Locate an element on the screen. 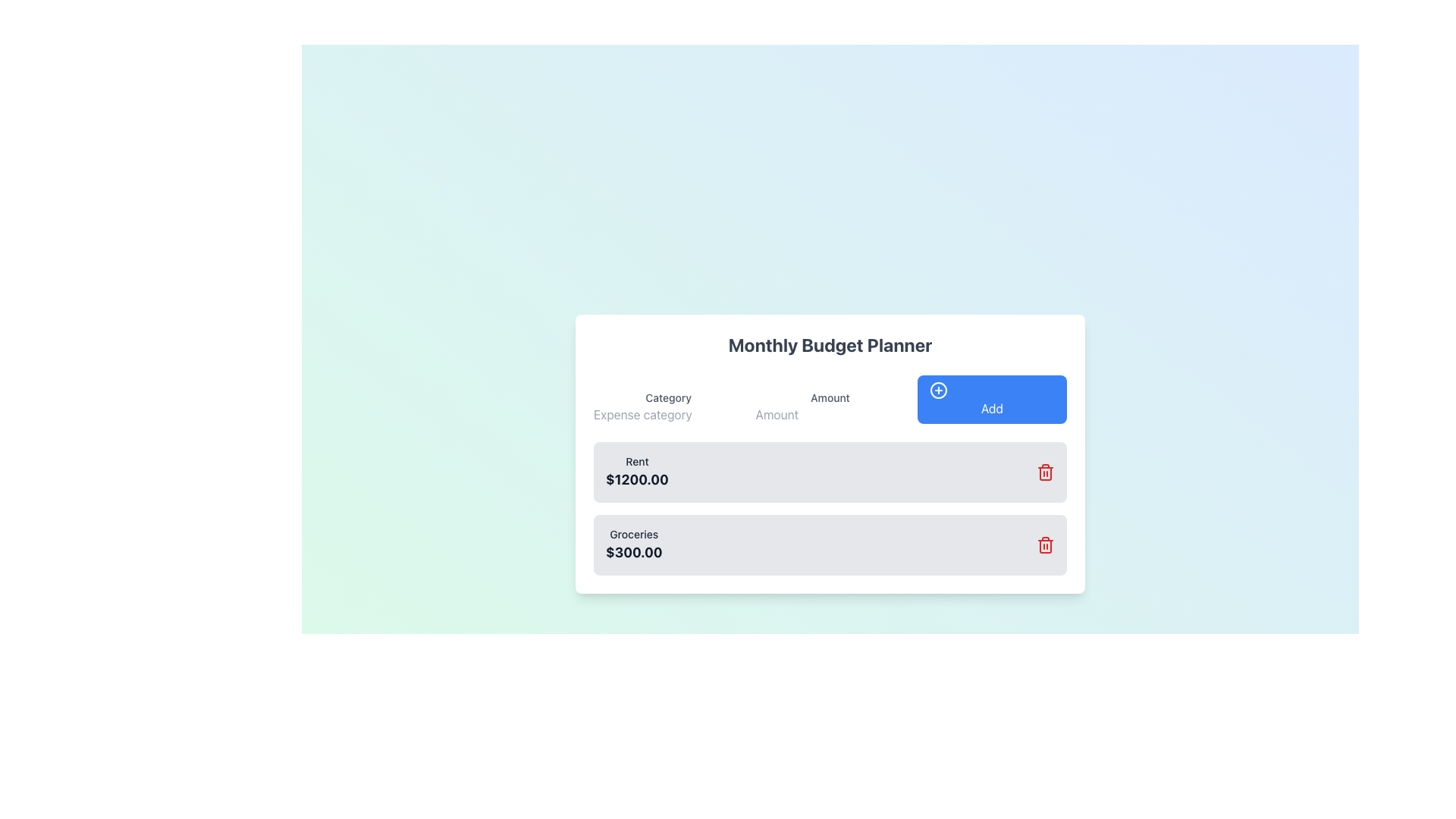 The image size is (1456, 819). 'Groceries' text label that indicates the budget category above the amount '$300.00' in the budget management interface is located at coordinates (634, 534).